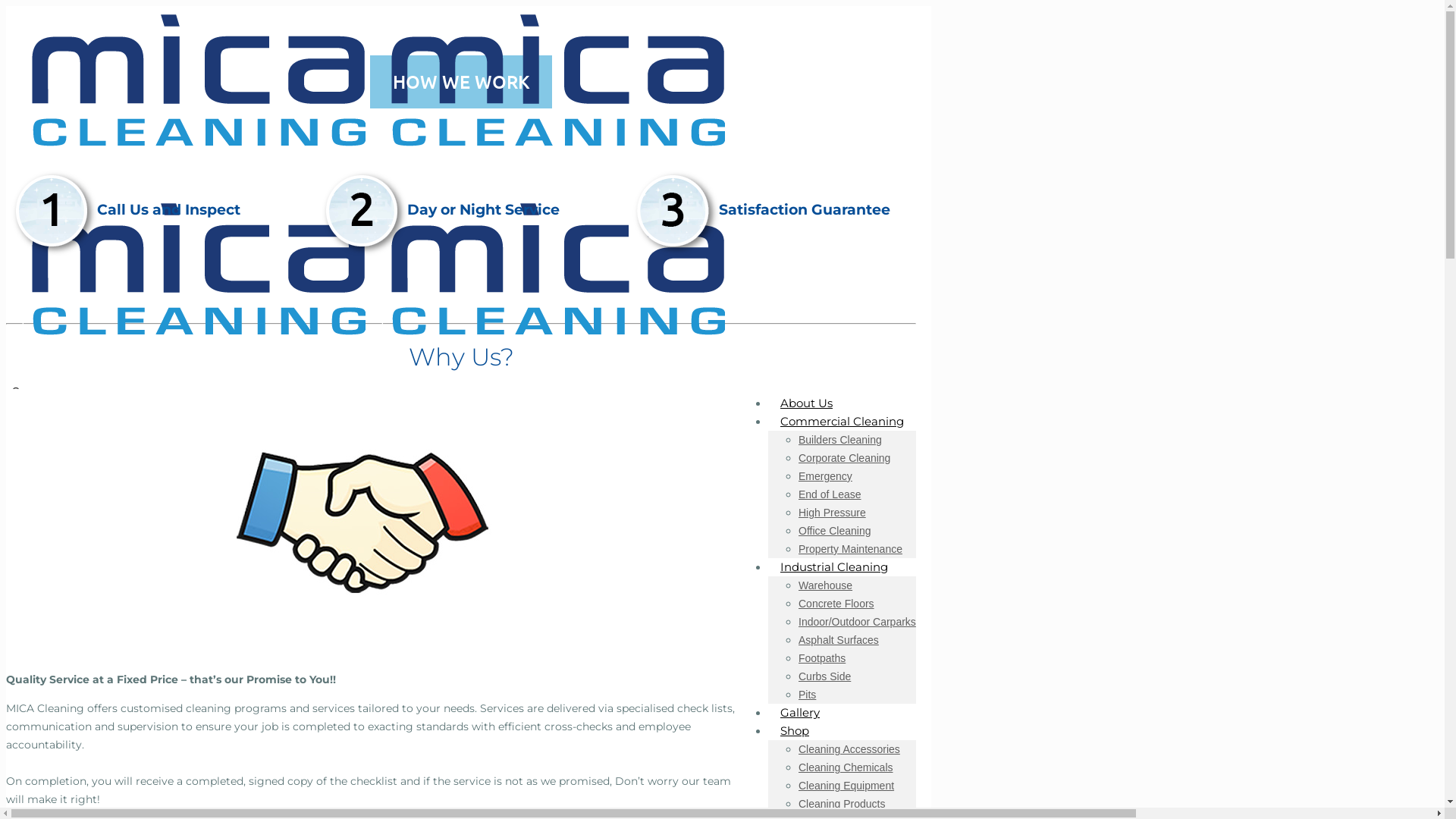 This screenshot has width=1456, height=819. What do you see at coordinates (824, 584) in the screenshot?
I see `'Warehouse'` at bounding box center [824, 584].